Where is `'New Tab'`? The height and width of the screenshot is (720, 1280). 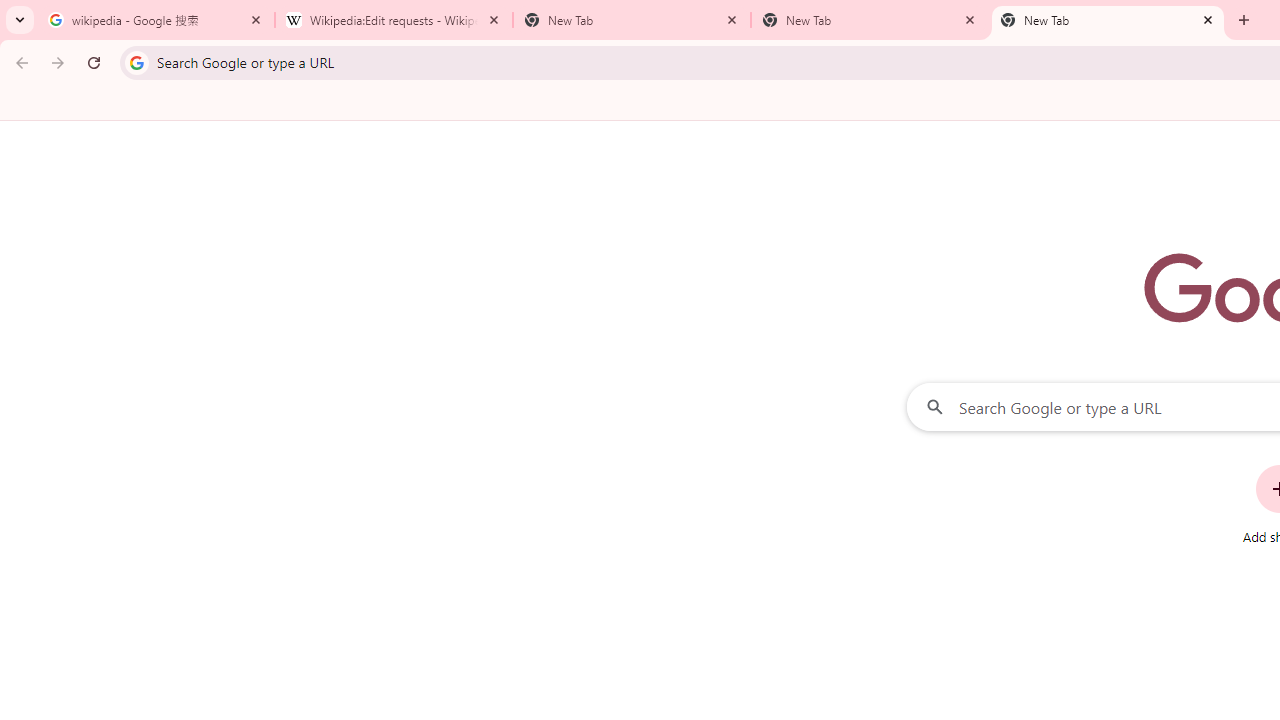
'New Tab' is located at coordinates (1107, 20).